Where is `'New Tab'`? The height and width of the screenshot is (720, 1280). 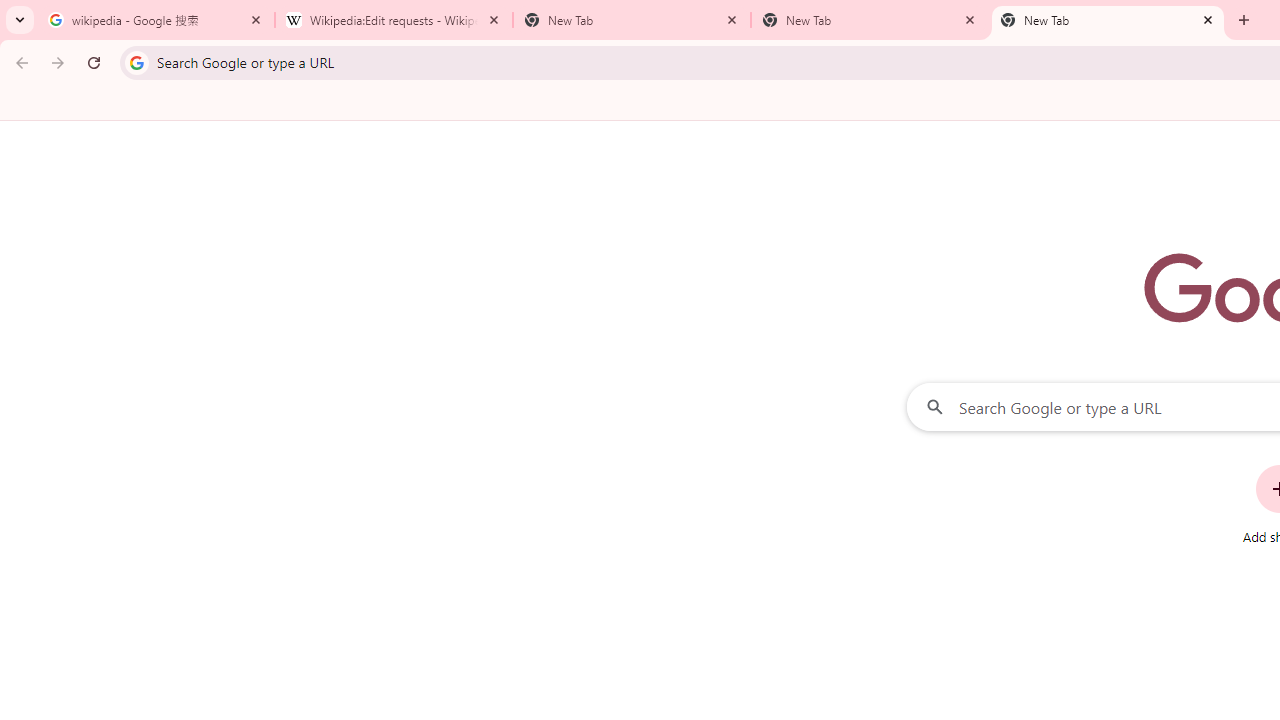
'New Tab' is located at coordinates (1107, 20).